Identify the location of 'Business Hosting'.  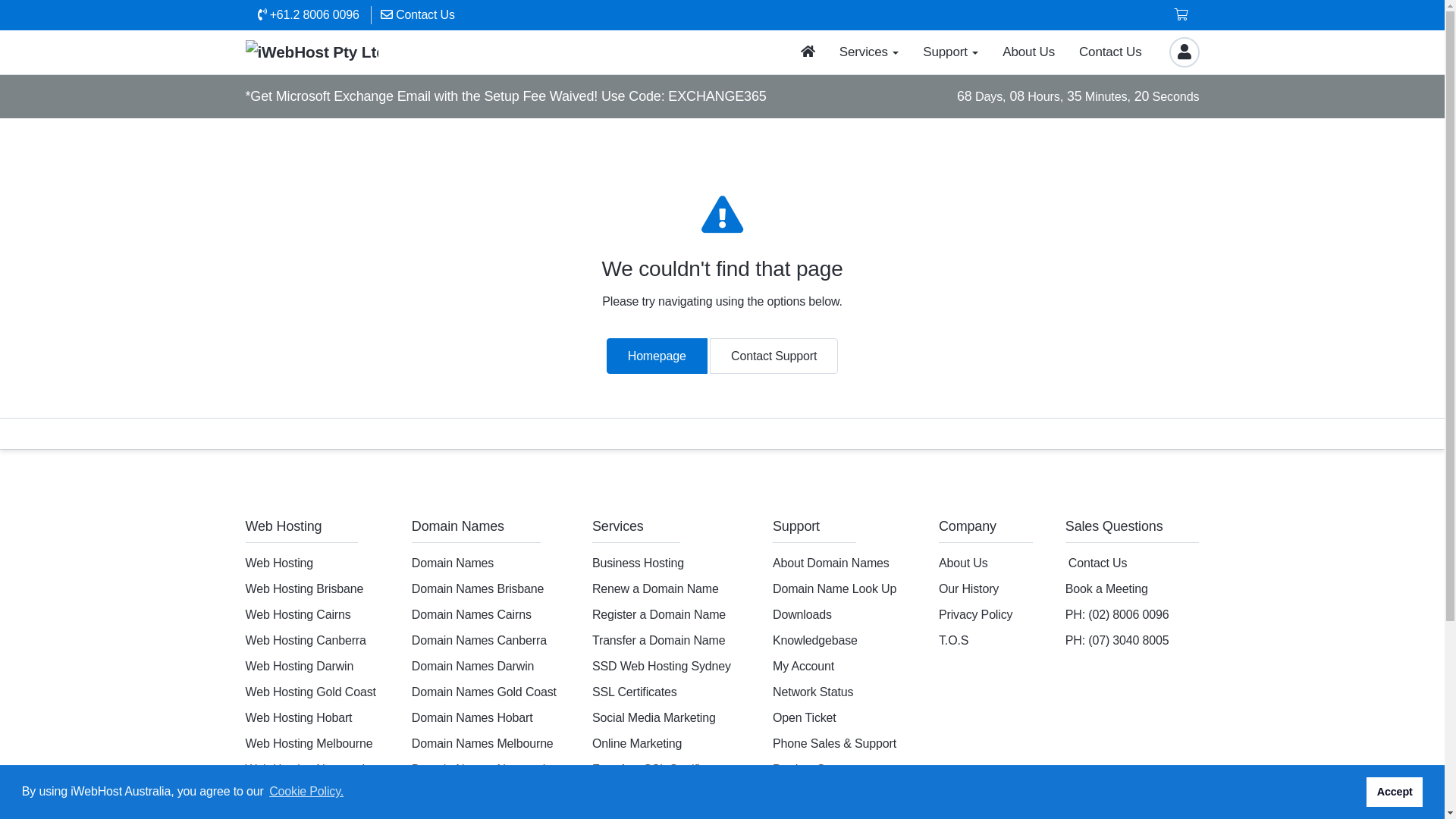
(638, 563).